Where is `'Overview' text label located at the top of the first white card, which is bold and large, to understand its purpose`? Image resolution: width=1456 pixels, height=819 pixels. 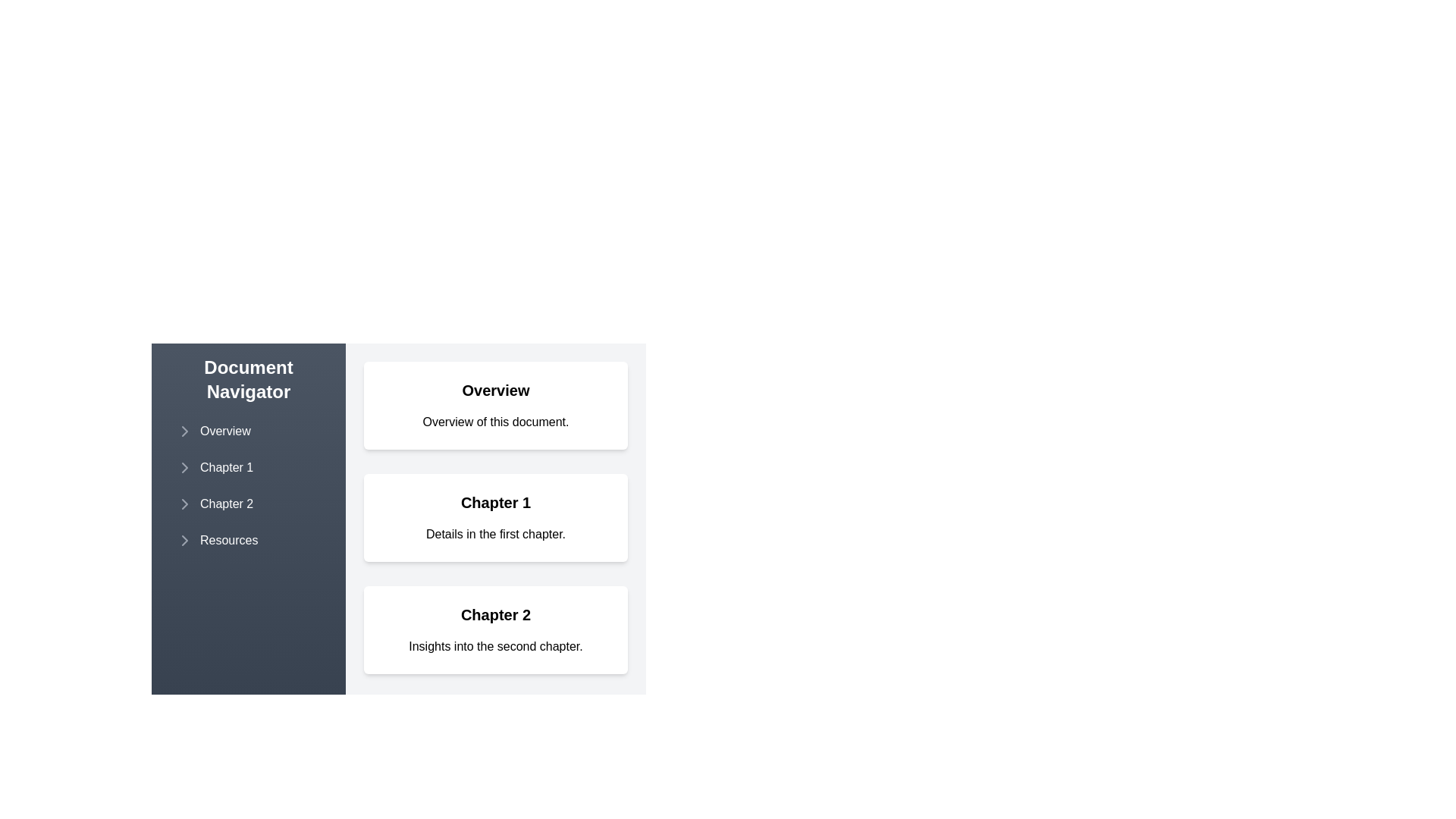 'Overview' text label located at the top of the first white card, which is bold and large, to understand its purpose is located at coordinates (495, 390).